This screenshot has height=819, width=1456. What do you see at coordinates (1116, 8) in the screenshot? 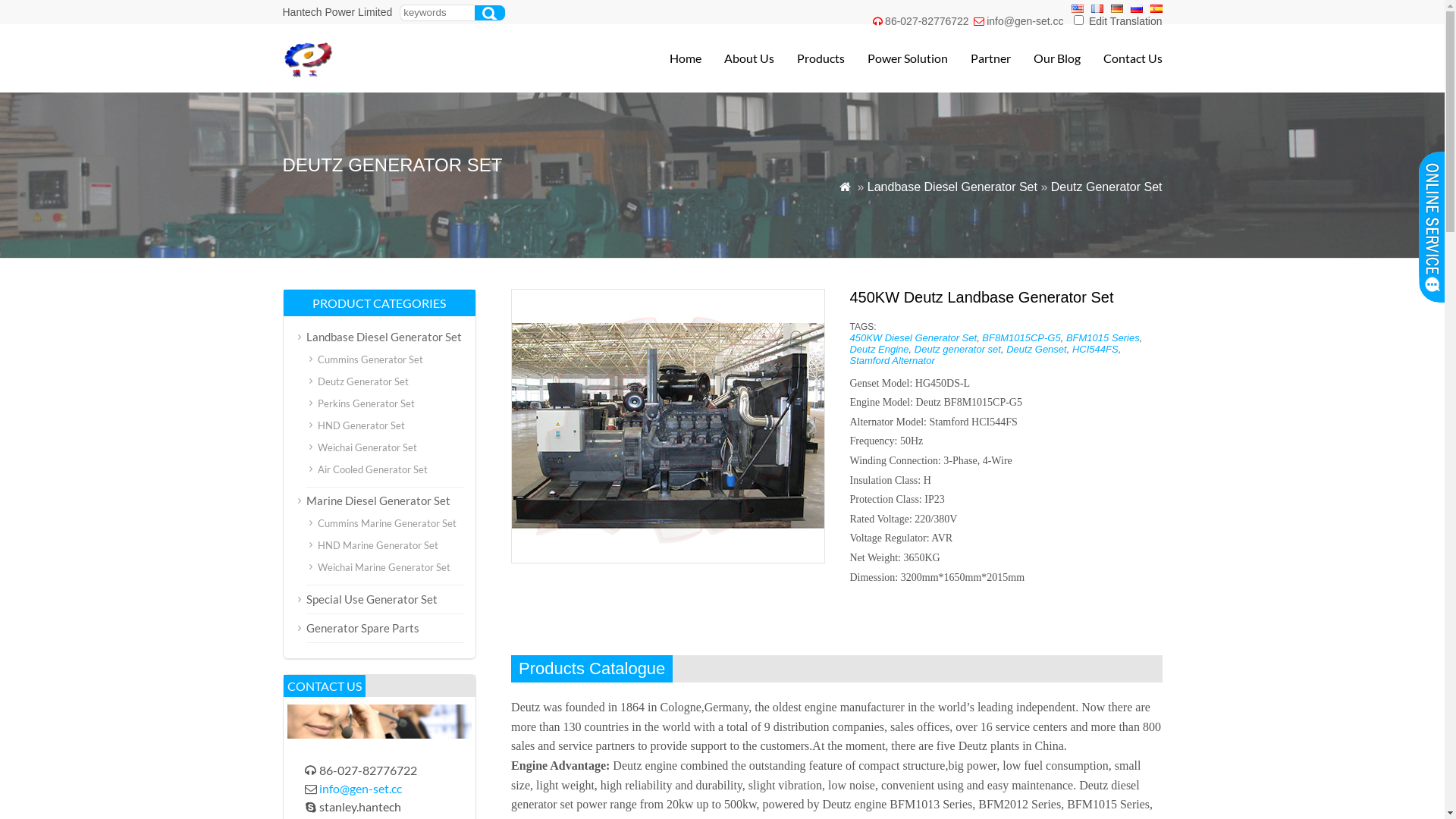
I see `'Deutsch'` at bounding box center [1116, 8].